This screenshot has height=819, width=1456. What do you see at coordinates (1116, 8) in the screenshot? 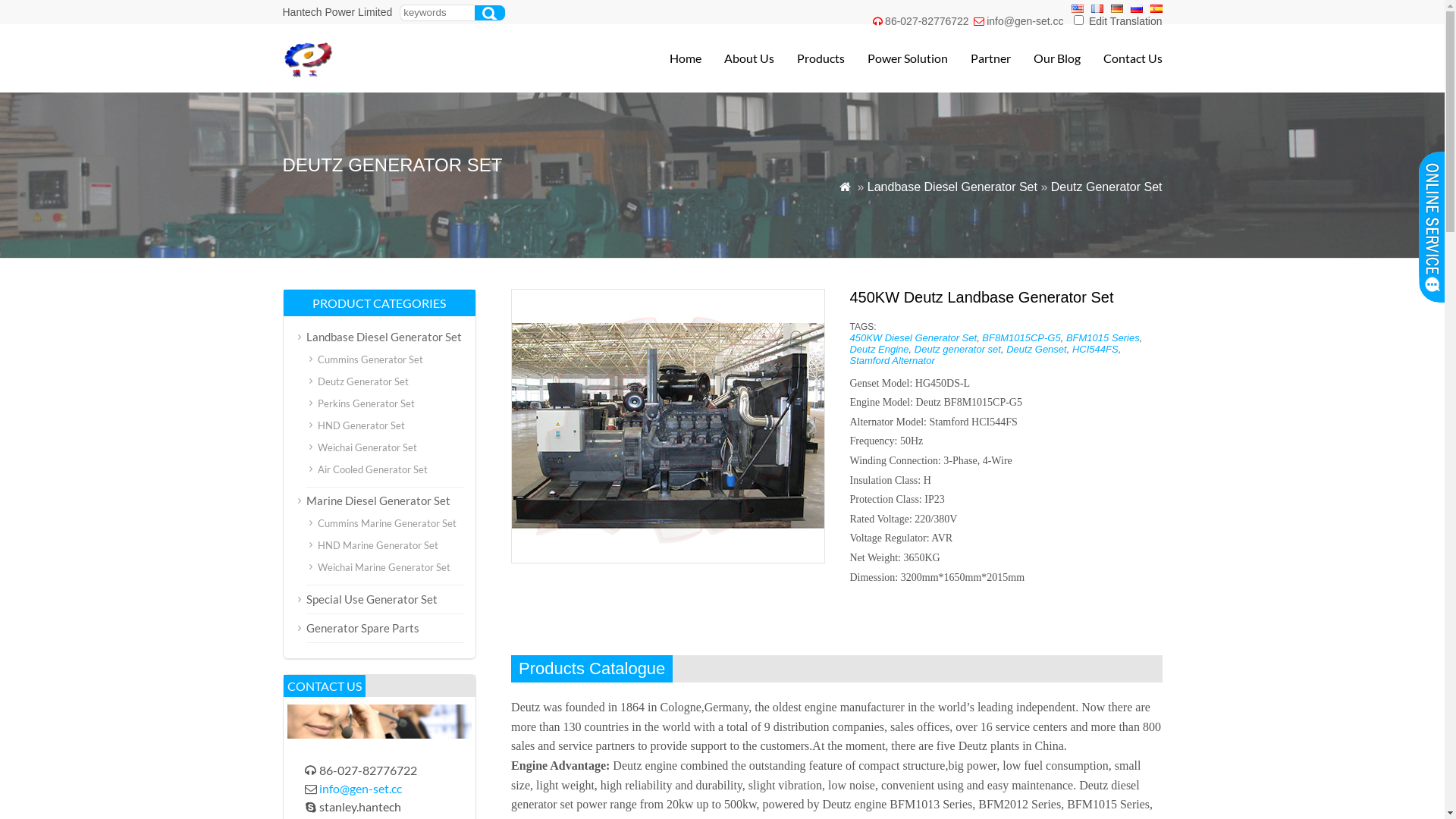
I see `'Deutsch'` at bounding box center [1116, 8].